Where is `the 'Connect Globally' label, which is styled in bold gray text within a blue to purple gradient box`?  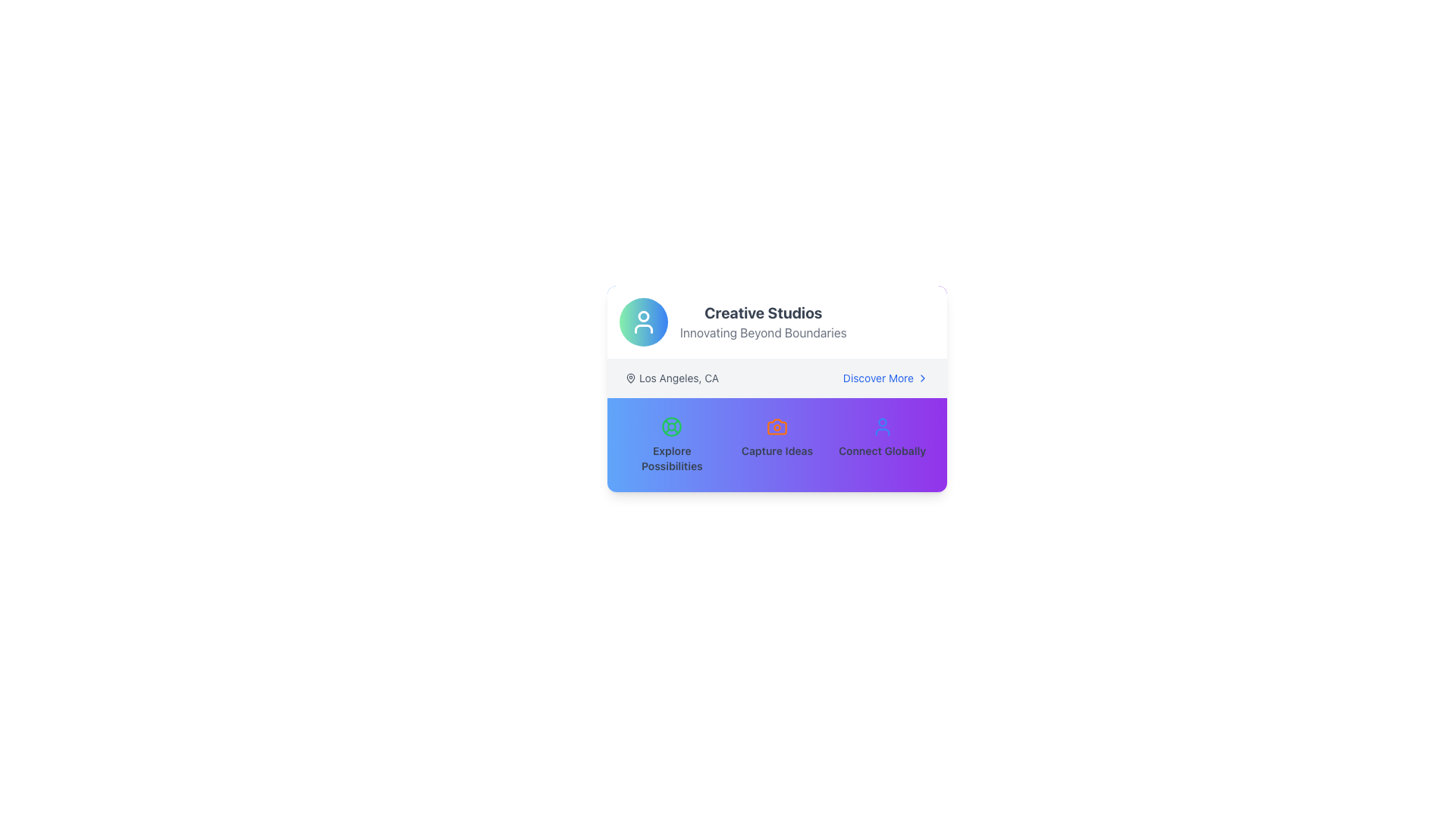 the 'Connect Globally' label, which is styled in bold gray text within a blue to purple gradient box is located at coordinates (882, 450).